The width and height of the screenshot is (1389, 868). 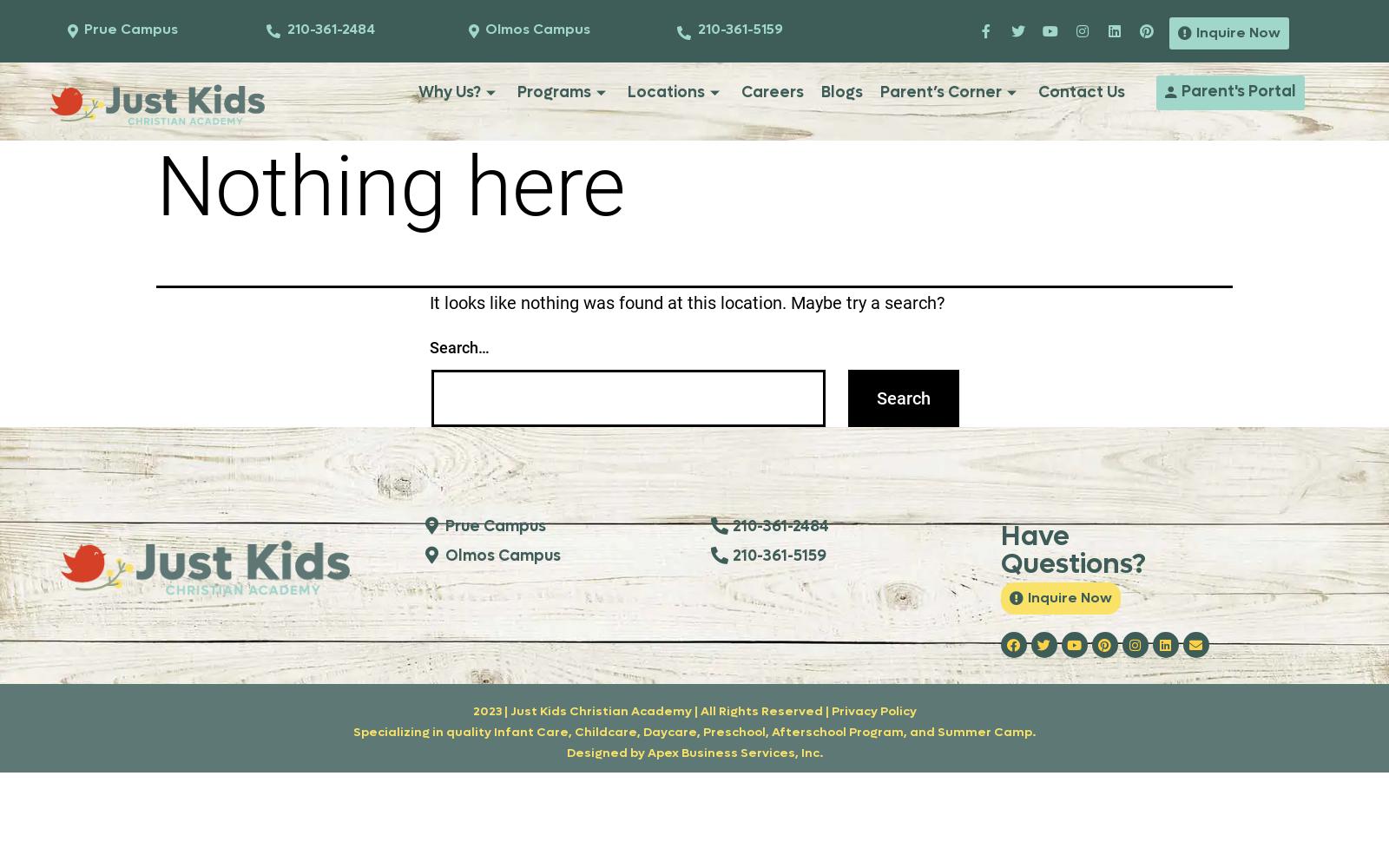 I want to click on 'Toddlers', so click(x=550, y=175).